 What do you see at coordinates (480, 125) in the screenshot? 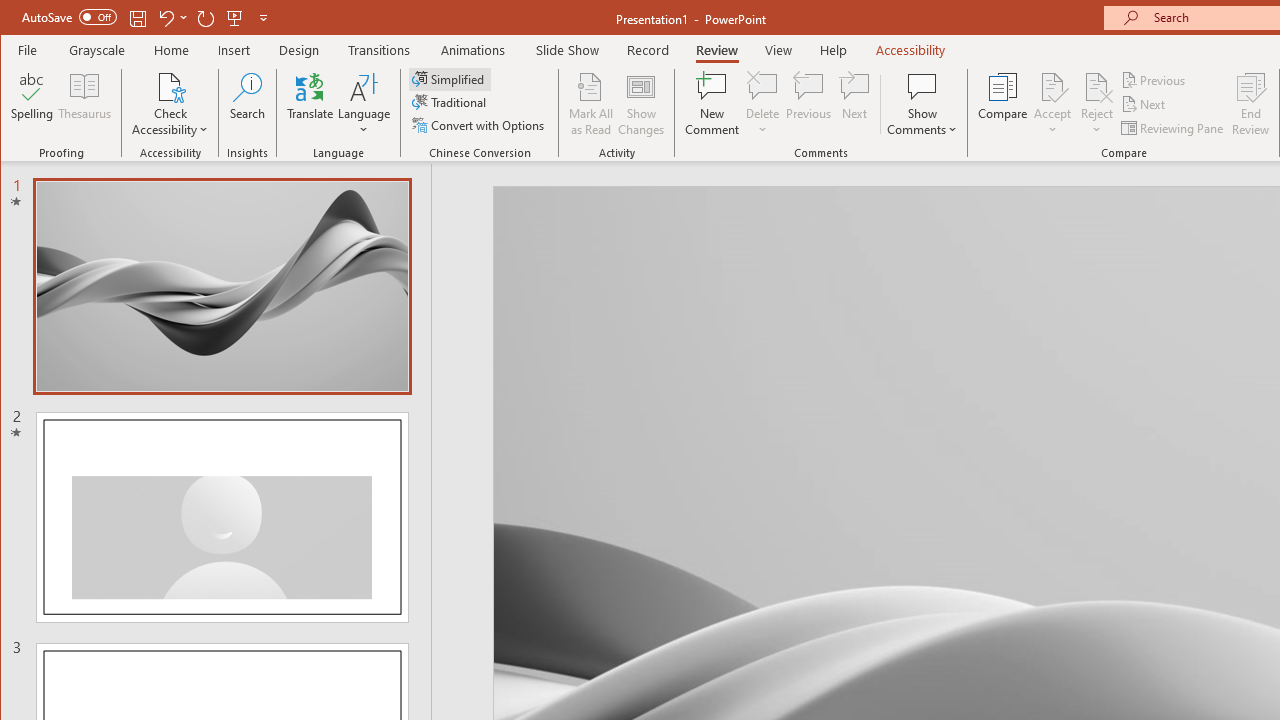
I see `'Convert with Options...'` at bounding box center [480, 125].